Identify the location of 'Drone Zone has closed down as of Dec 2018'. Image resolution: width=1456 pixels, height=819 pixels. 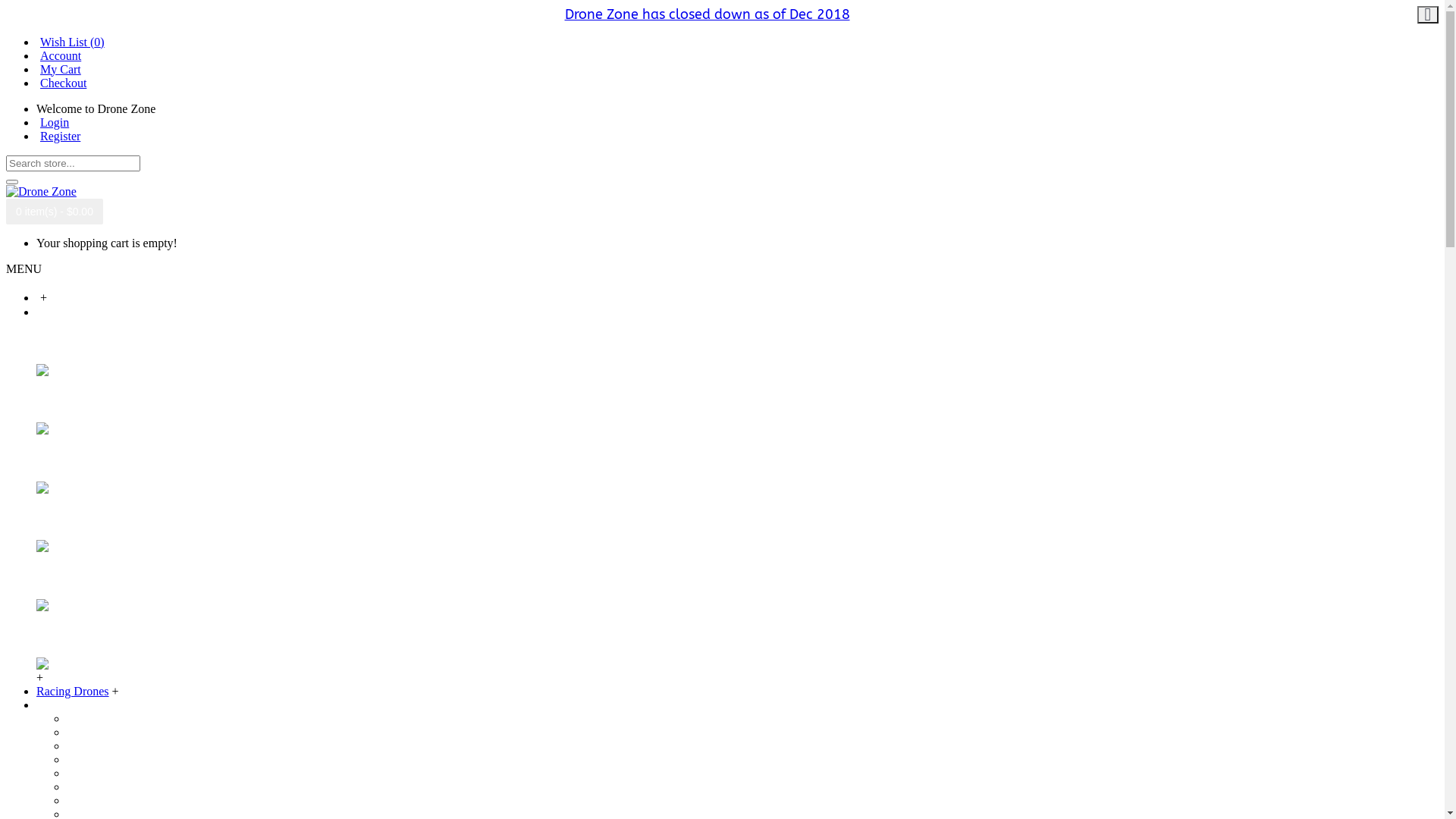
(705, 14).